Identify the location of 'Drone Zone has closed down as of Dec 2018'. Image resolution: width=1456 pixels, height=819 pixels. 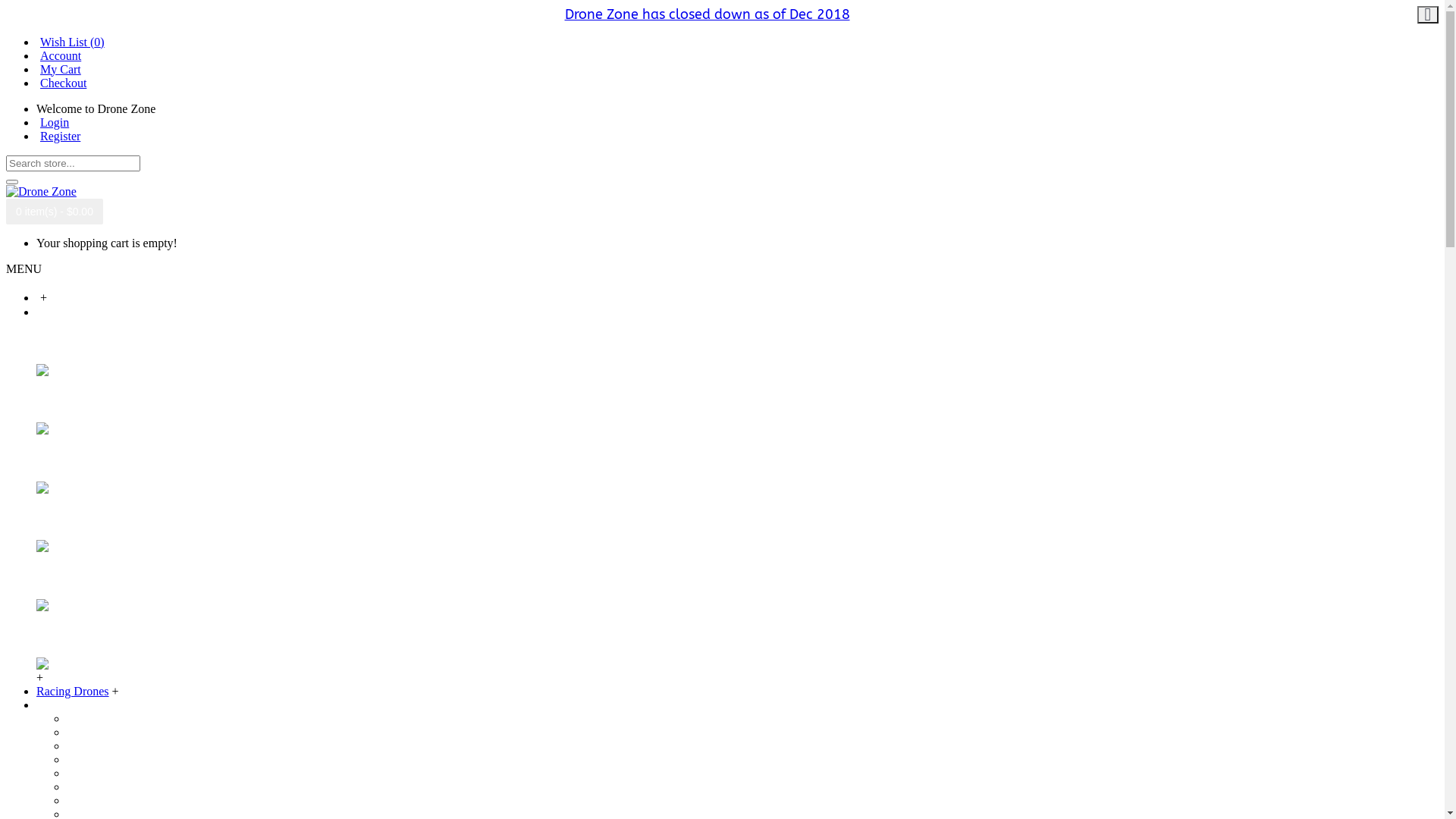
(705, 14).